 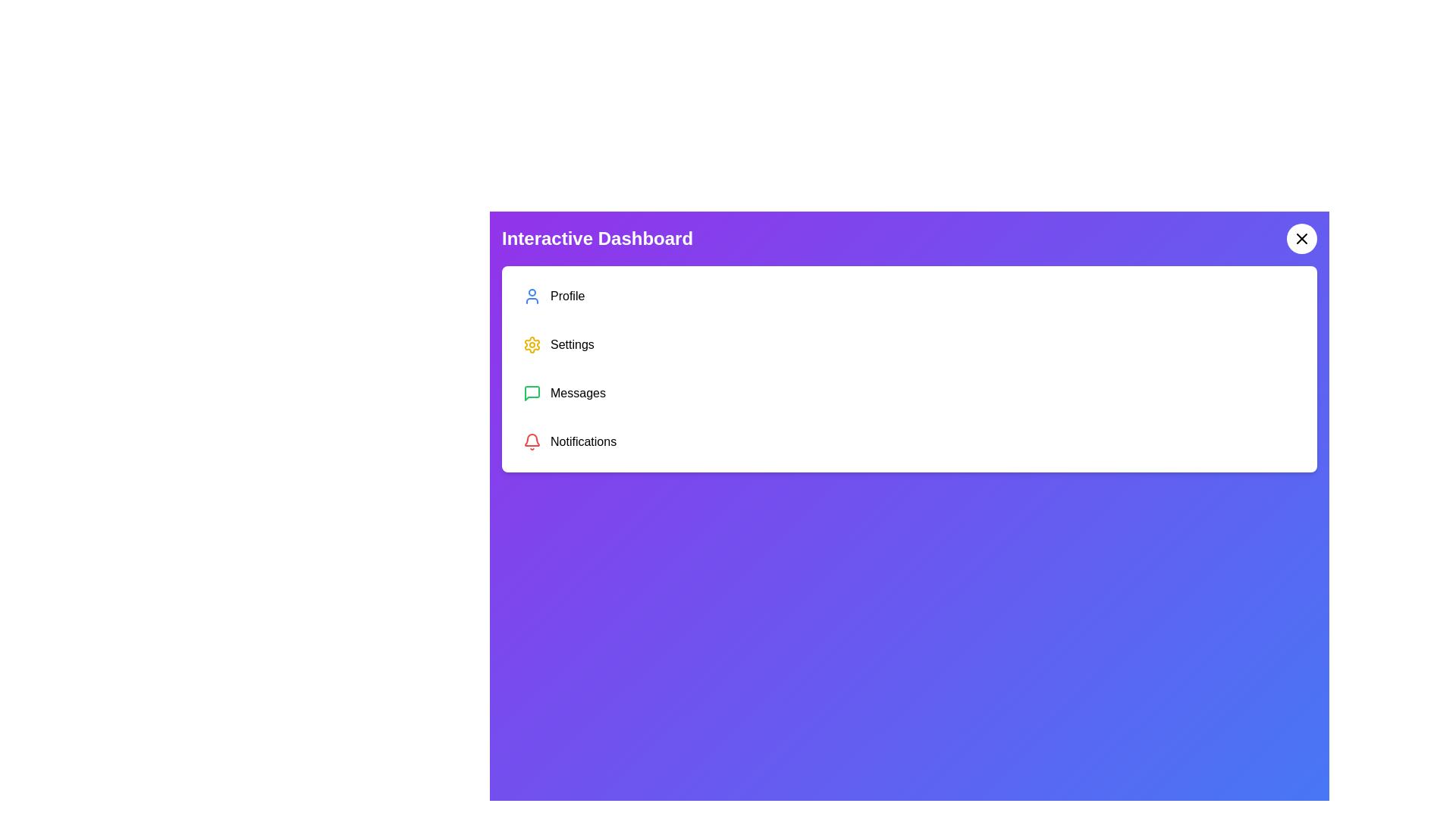 I want to click on the text label that identifies the user profile section, located next to the blue user icon in the top-left section of the list area, so click(x=566, y=296).